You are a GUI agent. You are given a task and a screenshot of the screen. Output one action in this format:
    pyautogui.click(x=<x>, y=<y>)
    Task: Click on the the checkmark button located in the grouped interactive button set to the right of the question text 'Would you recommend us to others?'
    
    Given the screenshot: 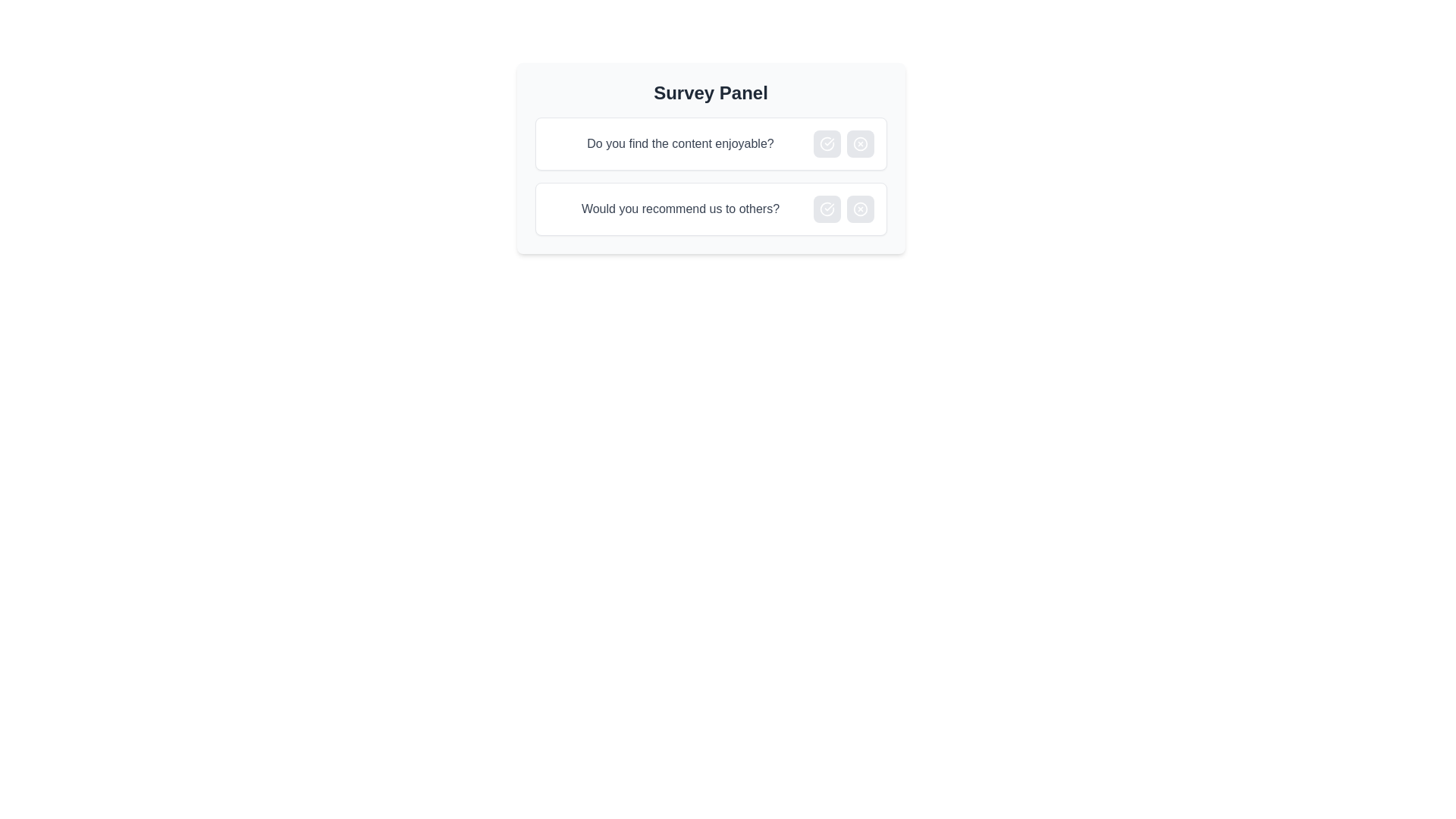 What is the action you would take?
    pyautogui.click(x=843, y=209)
    